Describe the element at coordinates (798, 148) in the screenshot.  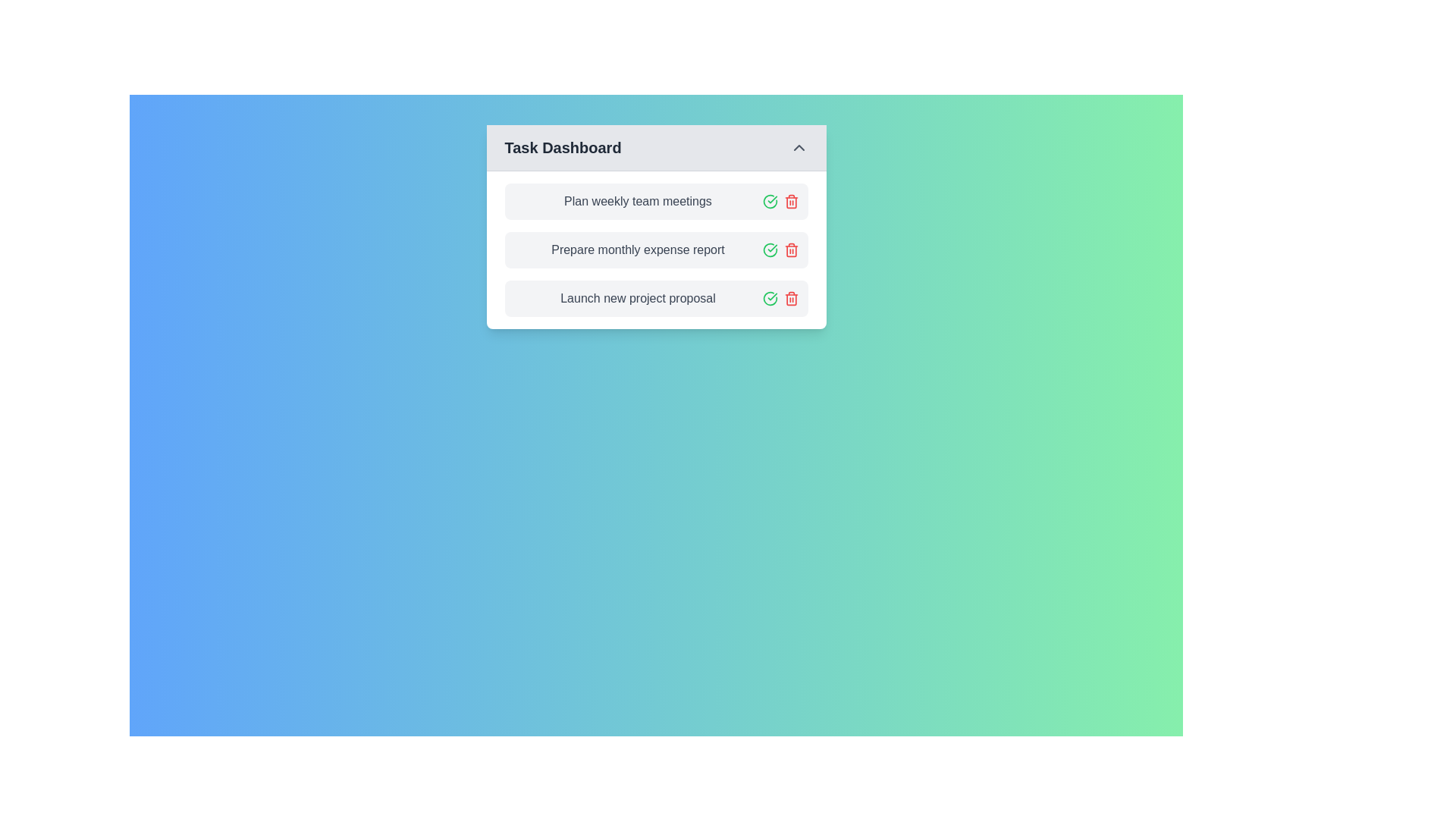
I see `the upward-facing chevron icon adjacent to the 'Task Dashboard' text in the top-right corner of the panel` at that location.